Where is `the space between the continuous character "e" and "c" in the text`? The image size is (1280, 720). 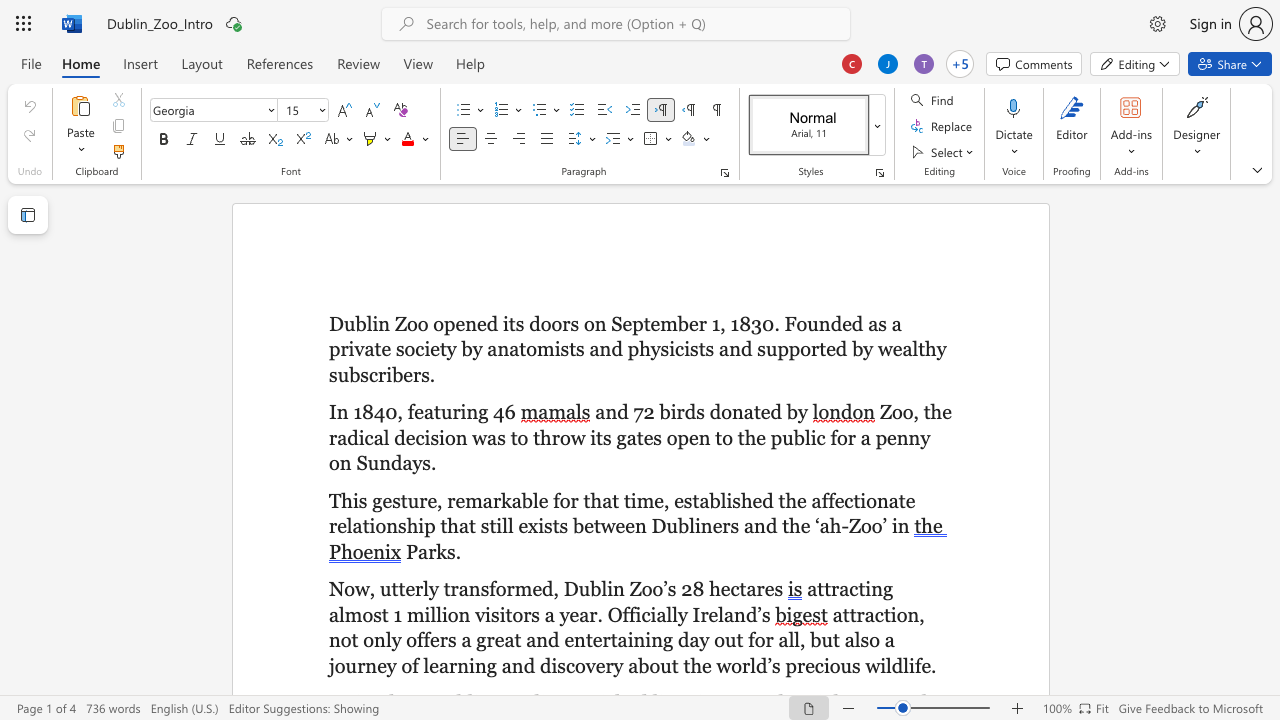 the space between the continuous character "e" and "c" in the text is located at coordinates (729, 588).